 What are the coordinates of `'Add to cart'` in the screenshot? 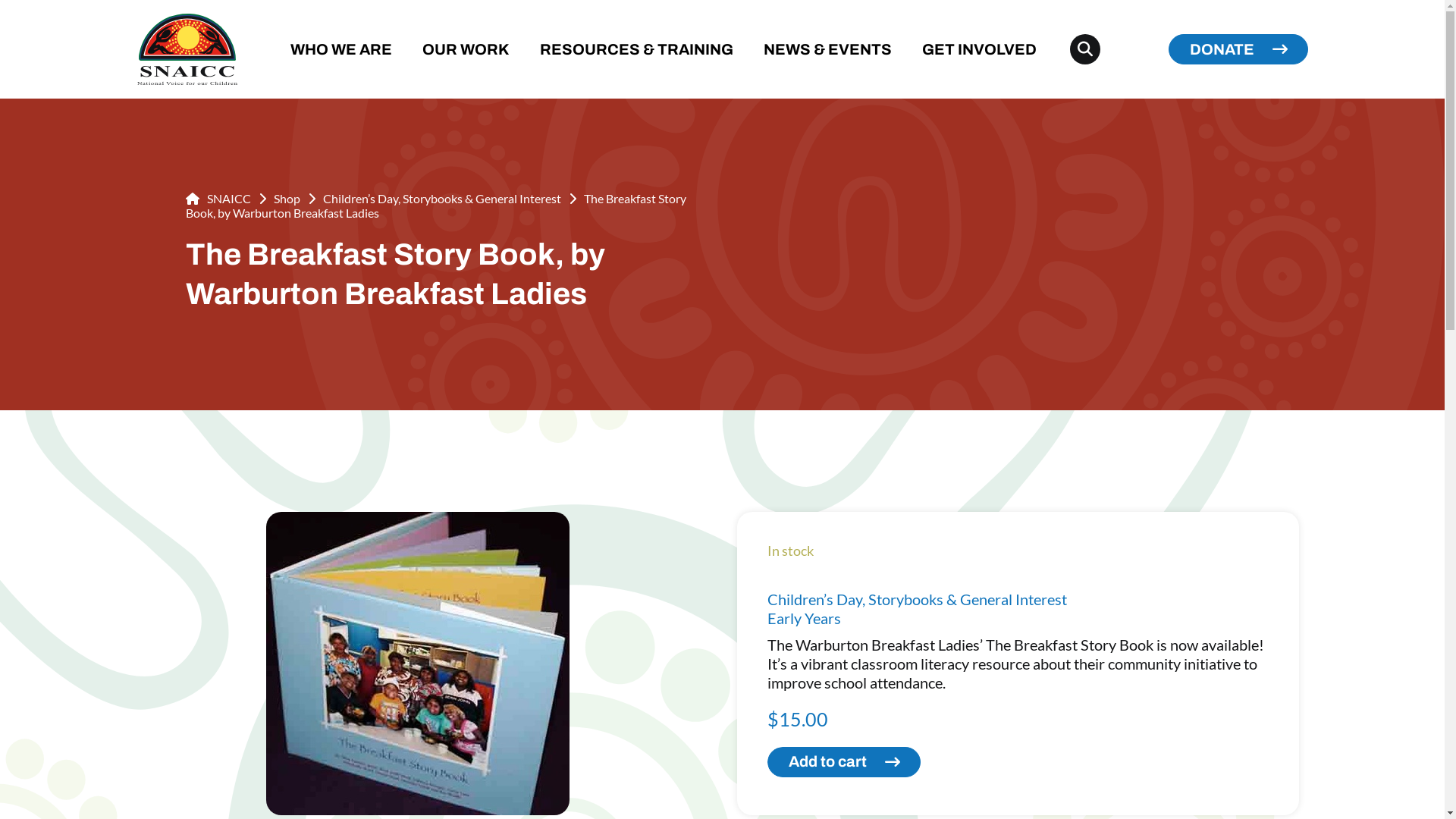 It's located at (843, 762).